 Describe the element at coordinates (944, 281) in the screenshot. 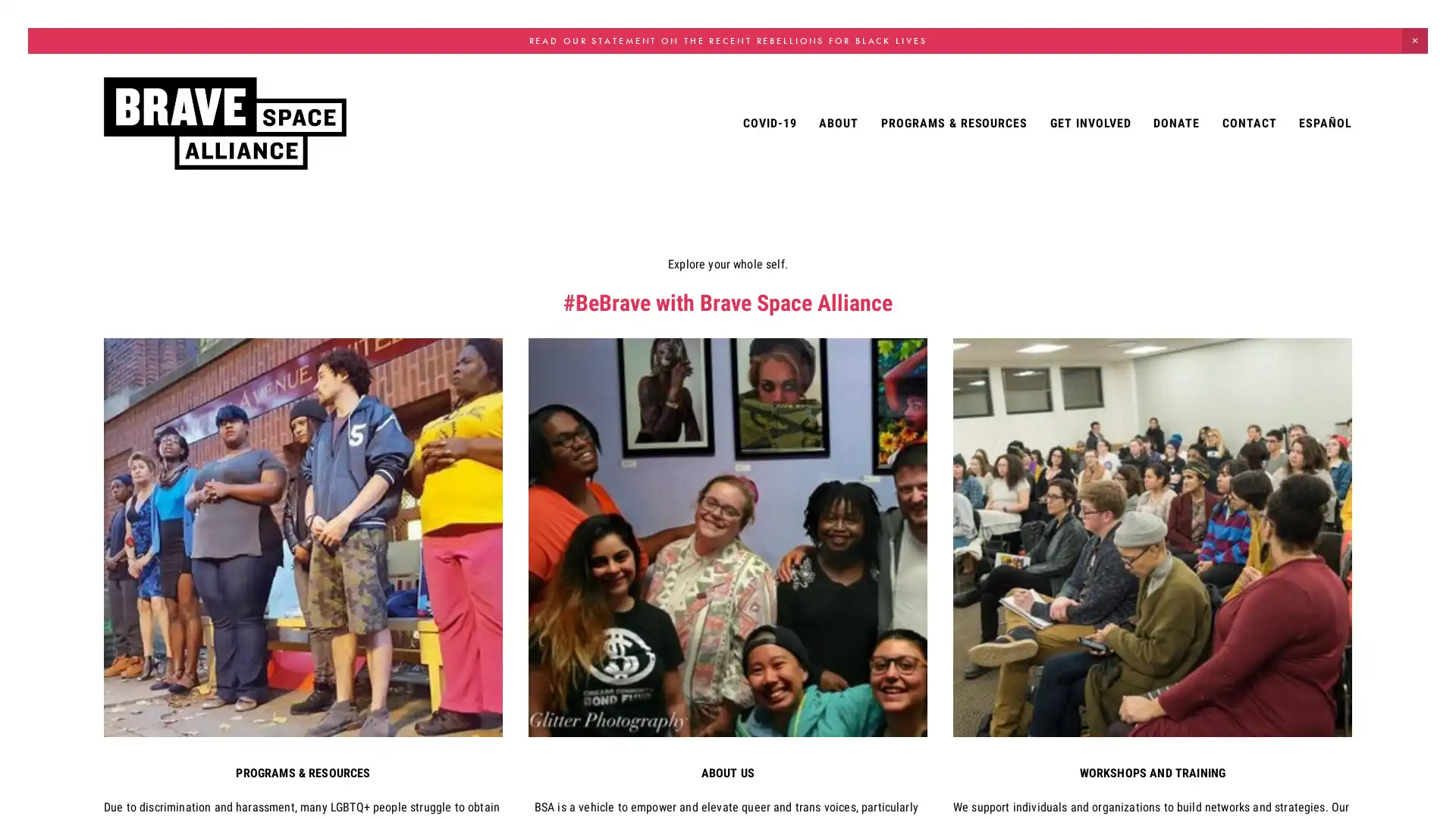

I see `Close` at that location.